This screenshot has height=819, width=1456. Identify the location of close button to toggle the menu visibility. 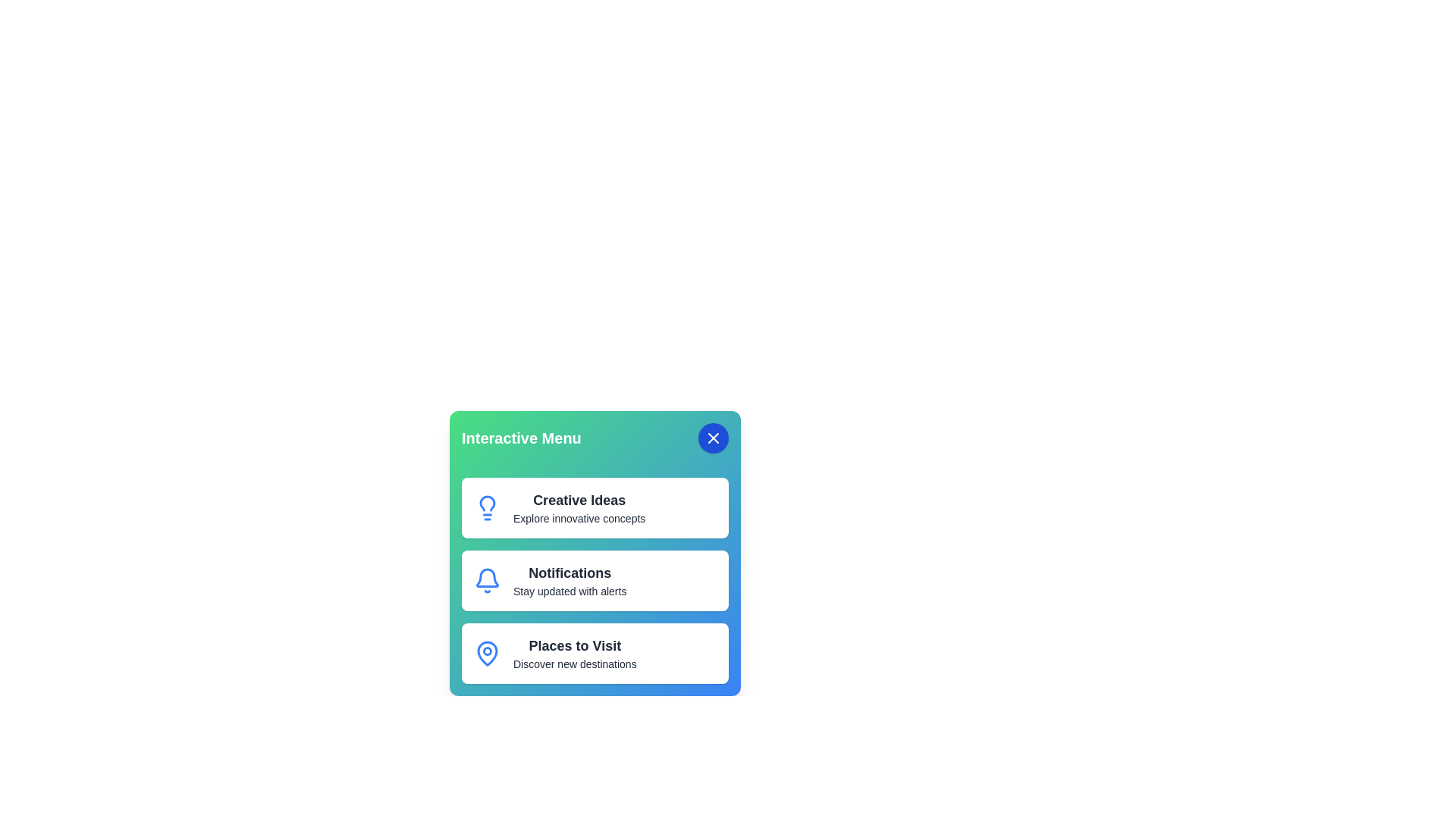
(712, 438).